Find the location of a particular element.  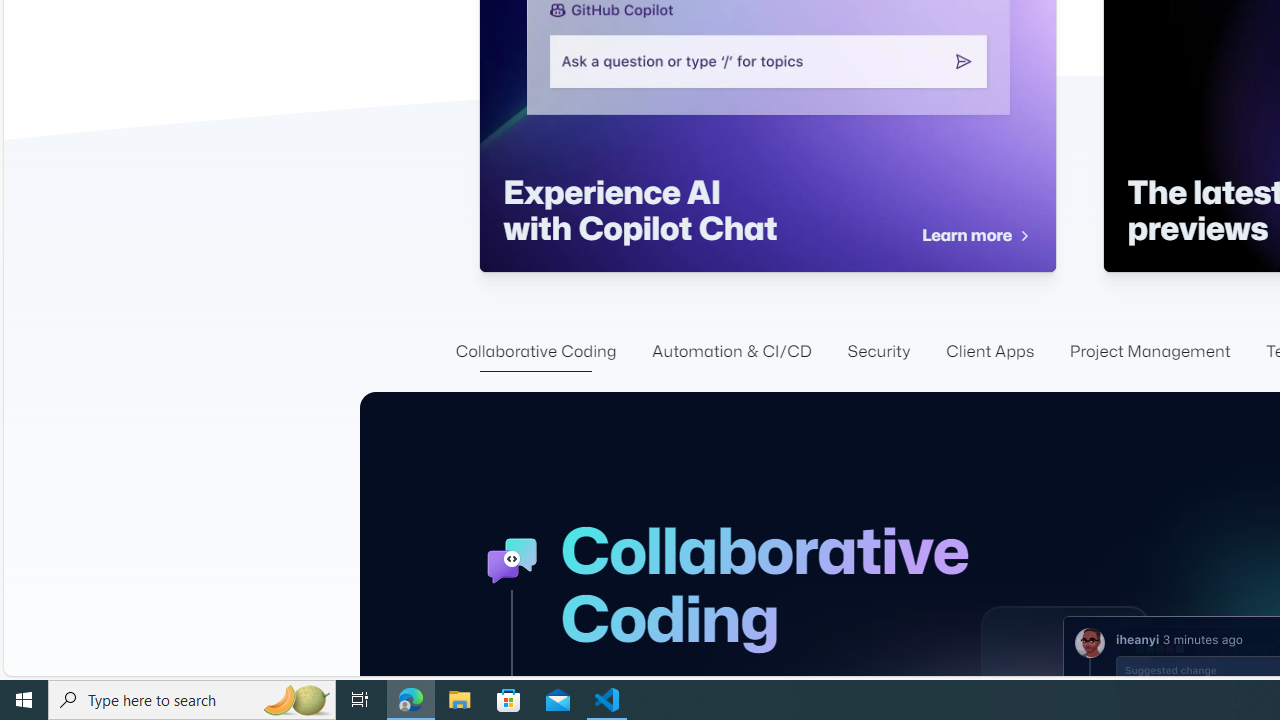

'Client Apps' is located at coordinates (990, 351).